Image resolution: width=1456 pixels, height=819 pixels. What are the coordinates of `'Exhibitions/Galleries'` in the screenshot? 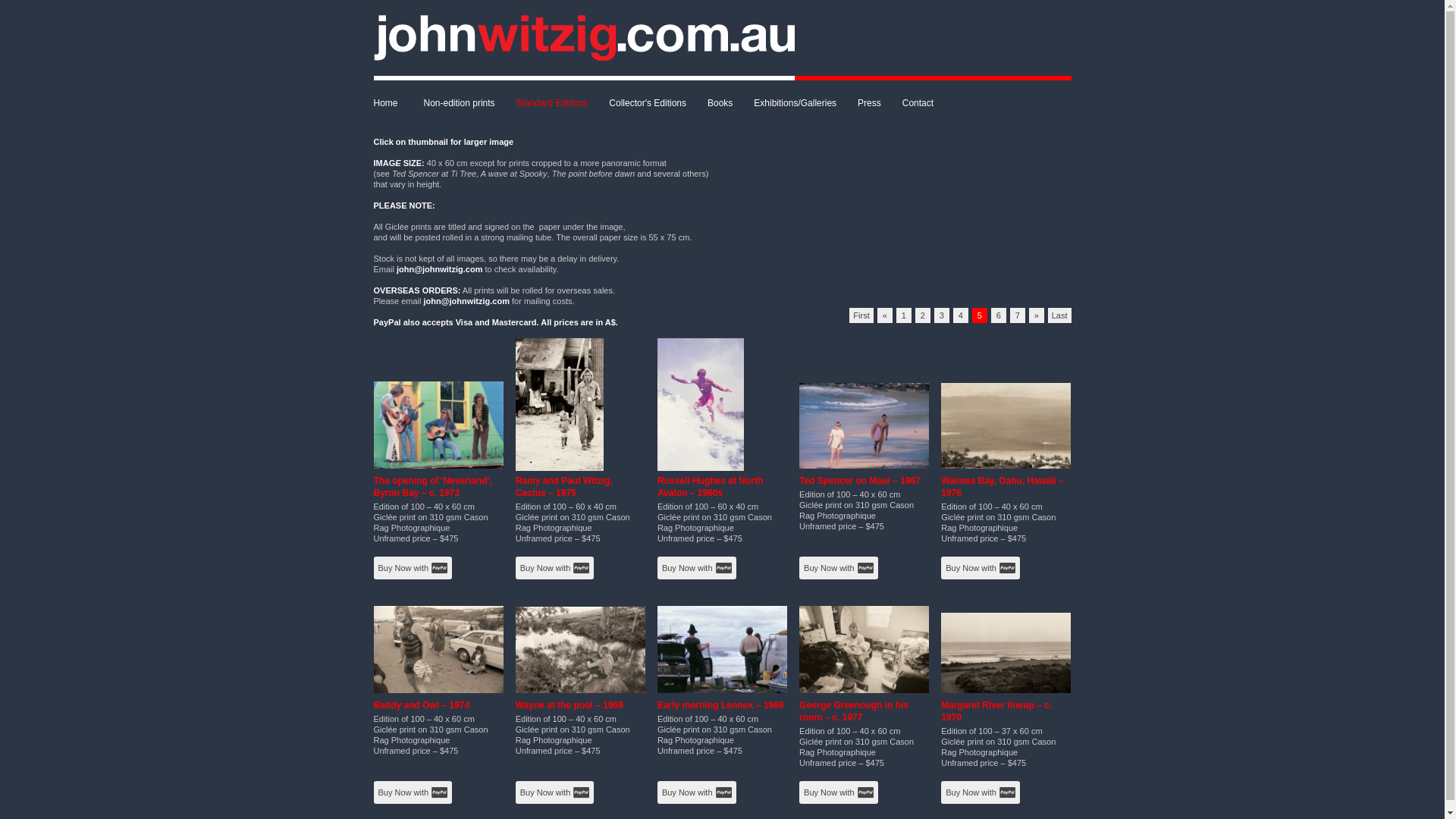 It's located at (794, 102).